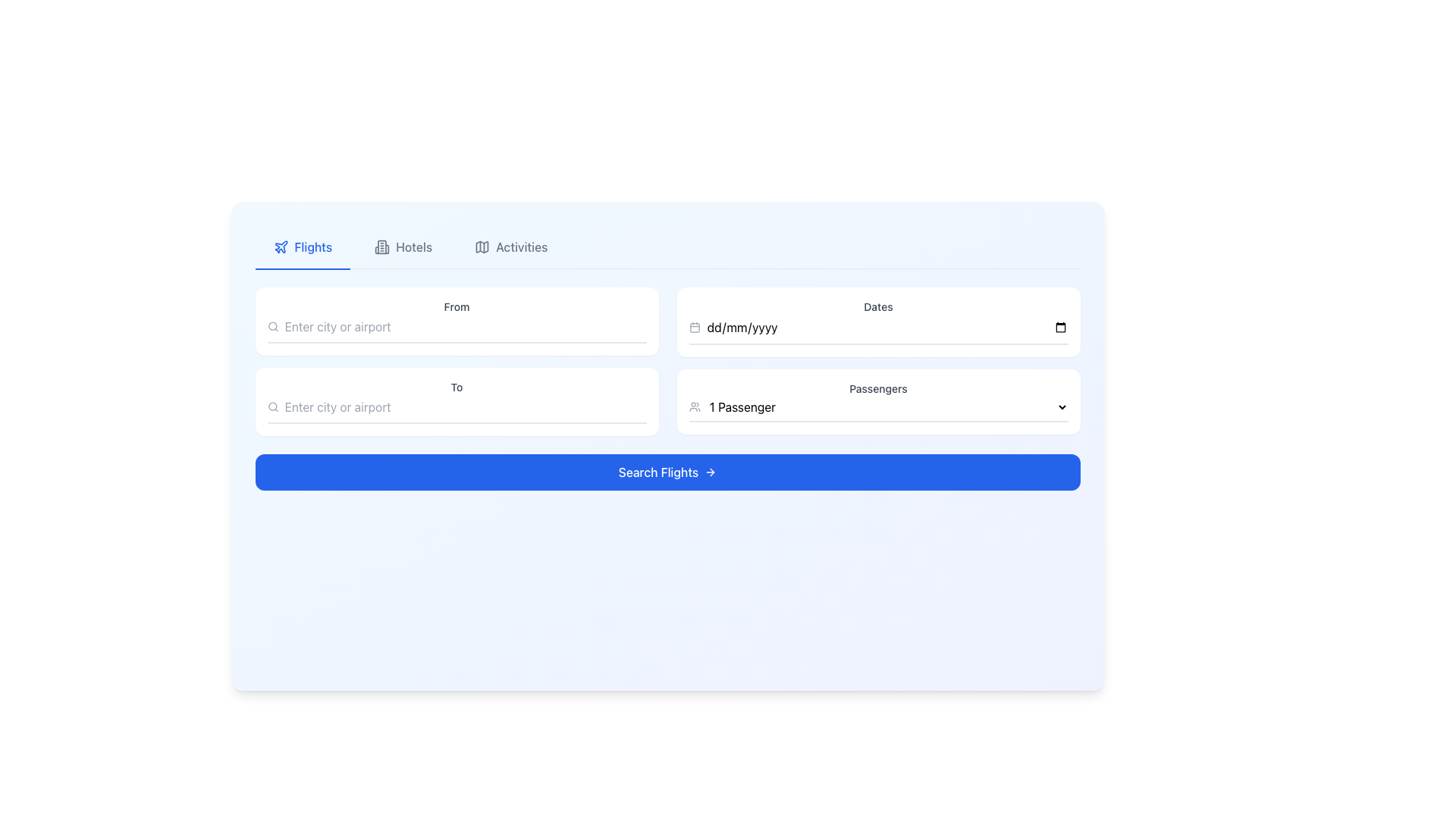 This screenshot has width=1456, height=819. What do you see at coordinates (694, 327) in the screenshot?
I see `the date picker icon located immediately to the left of the 'dd/mm/yyyy' placeholder text in the 'Dates' input field of the 'Flights' search section` at bounding box center [694, 327].